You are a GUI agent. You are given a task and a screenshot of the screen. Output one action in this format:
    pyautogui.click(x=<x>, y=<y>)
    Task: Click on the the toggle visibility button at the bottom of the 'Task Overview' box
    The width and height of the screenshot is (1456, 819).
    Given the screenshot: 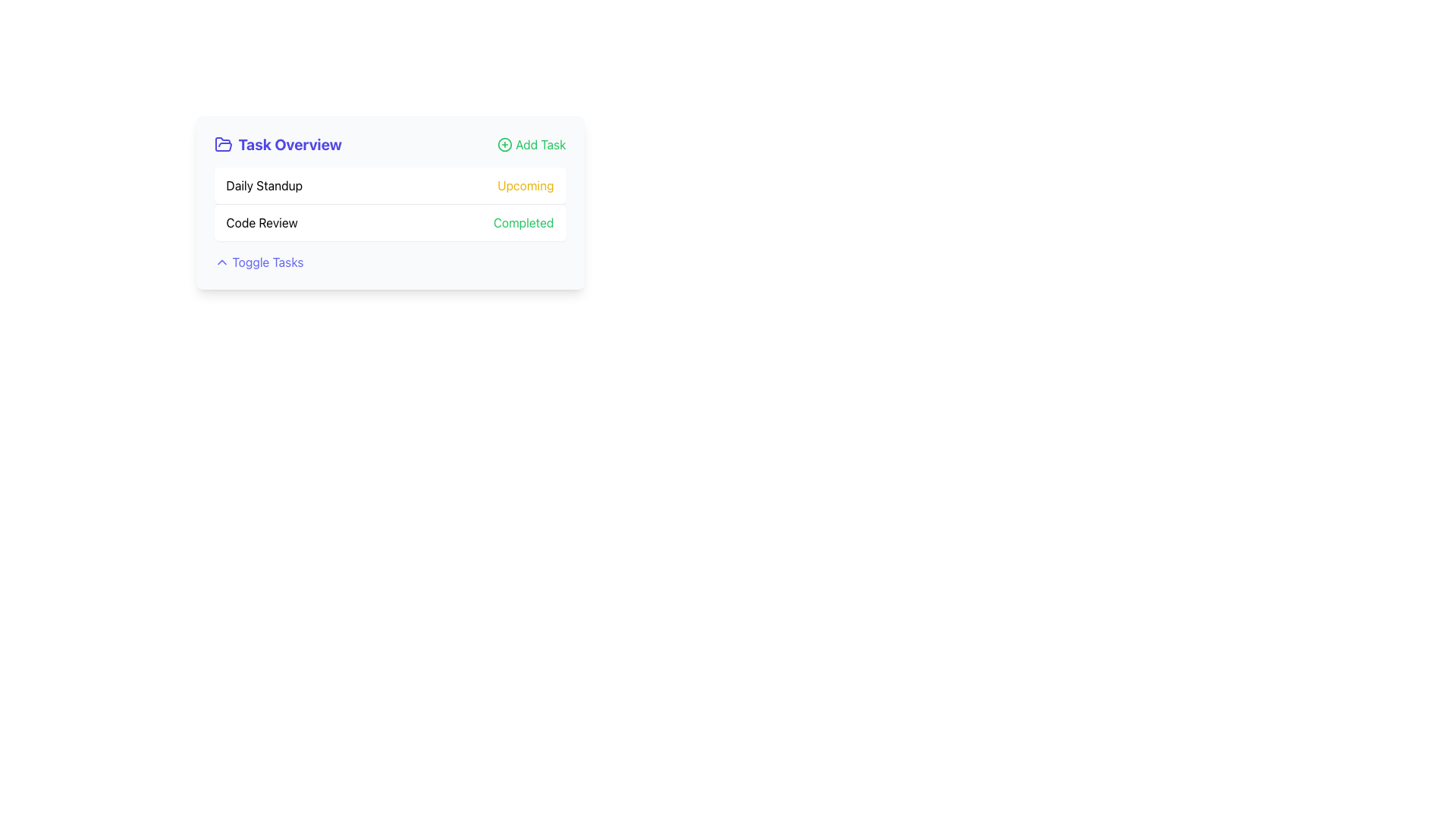 What is the action you would take?
    pyautogui.click(x=259, y=262)
    